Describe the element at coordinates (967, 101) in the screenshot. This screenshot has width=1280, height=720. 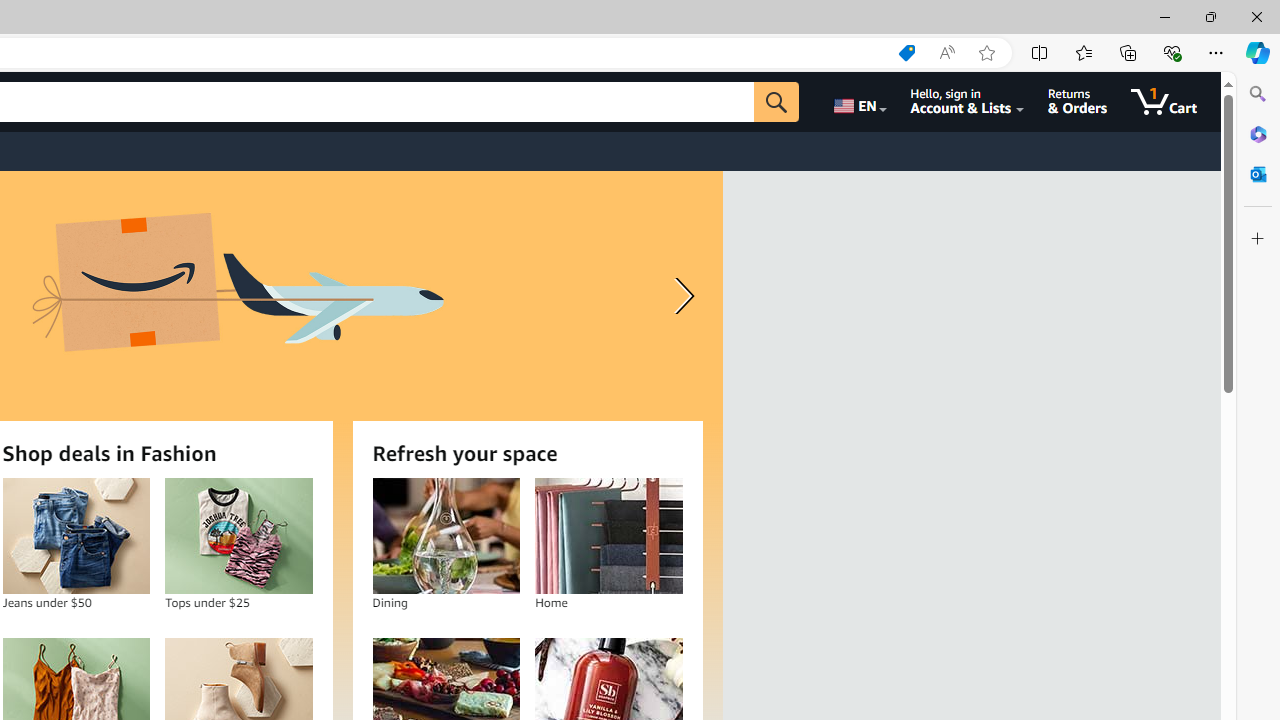
I see `'Hello, sign in Account & Lists'` at that location.